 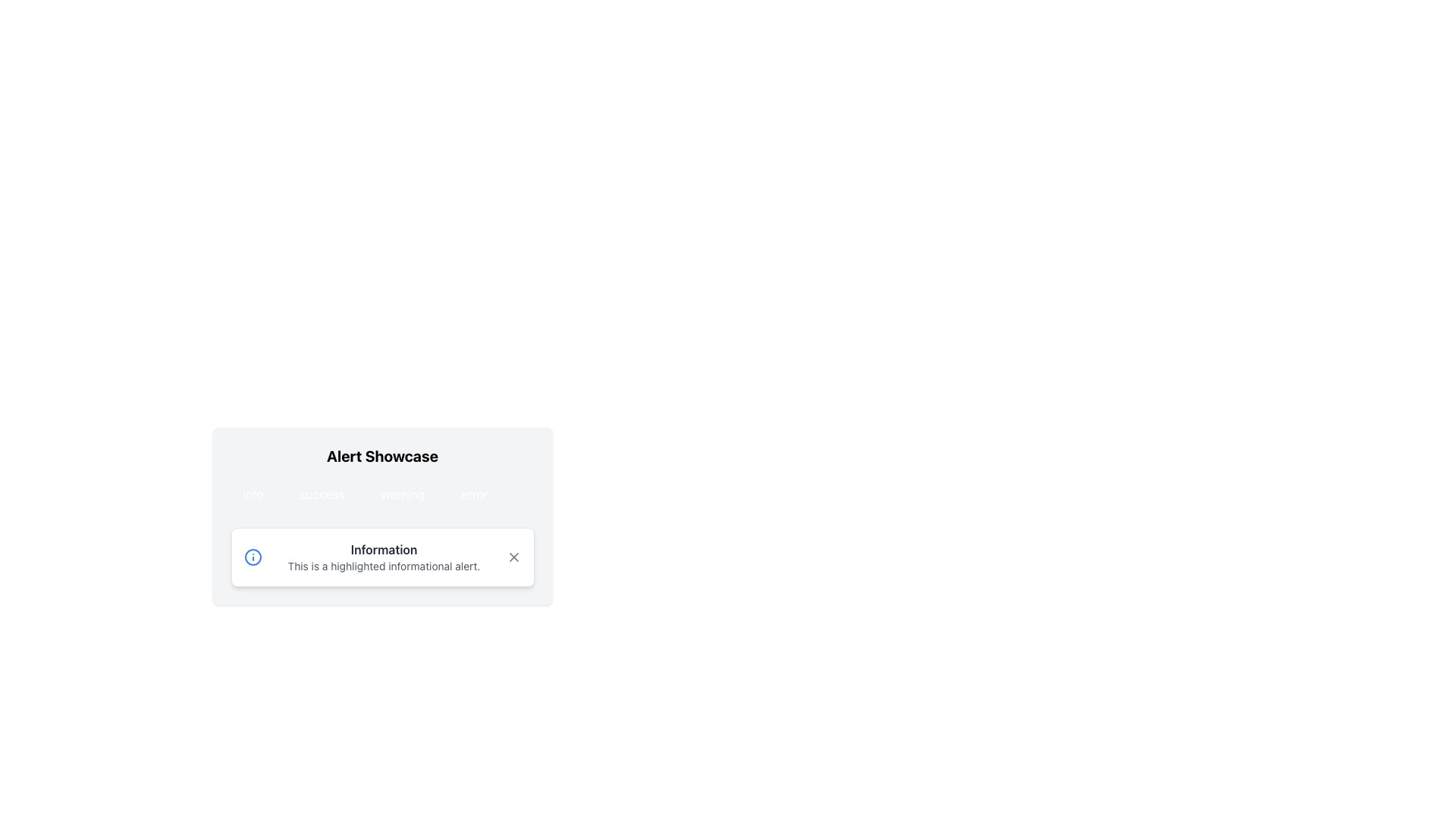 What do you see at coordinates (513, 557) in the screenshot?
I see `the close button, which is an 'X' icon located in the top-right corner of the 'Information' notification card` at bounding box center [513, 557].